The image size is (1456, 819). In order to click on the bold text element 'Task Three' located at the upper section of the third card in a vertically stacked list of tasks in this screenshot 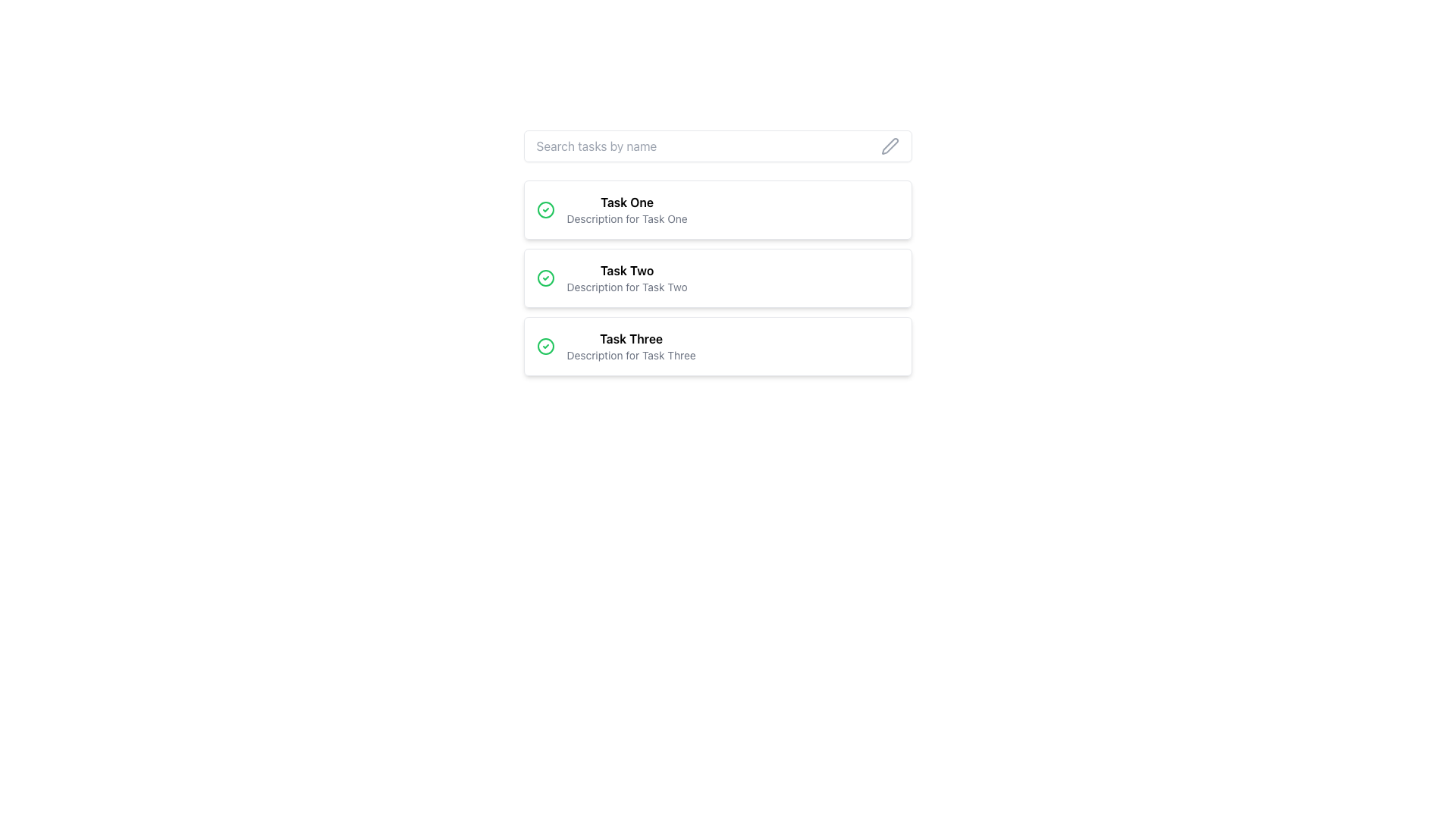, I will do `click(631, 338)`.